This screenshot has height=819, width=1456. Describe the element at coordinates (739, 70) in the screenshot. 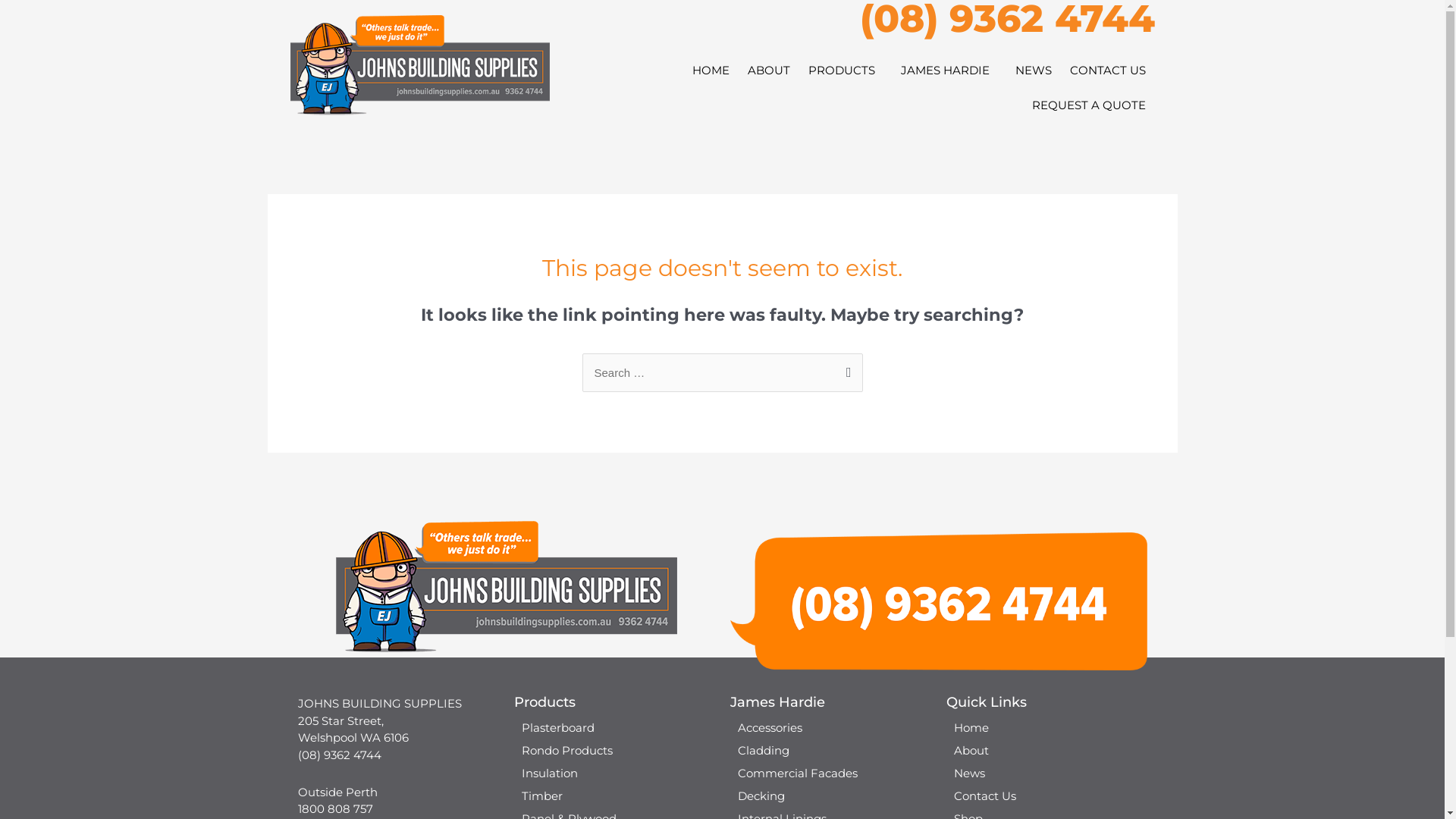

I see `'ABOUT'` at that location.